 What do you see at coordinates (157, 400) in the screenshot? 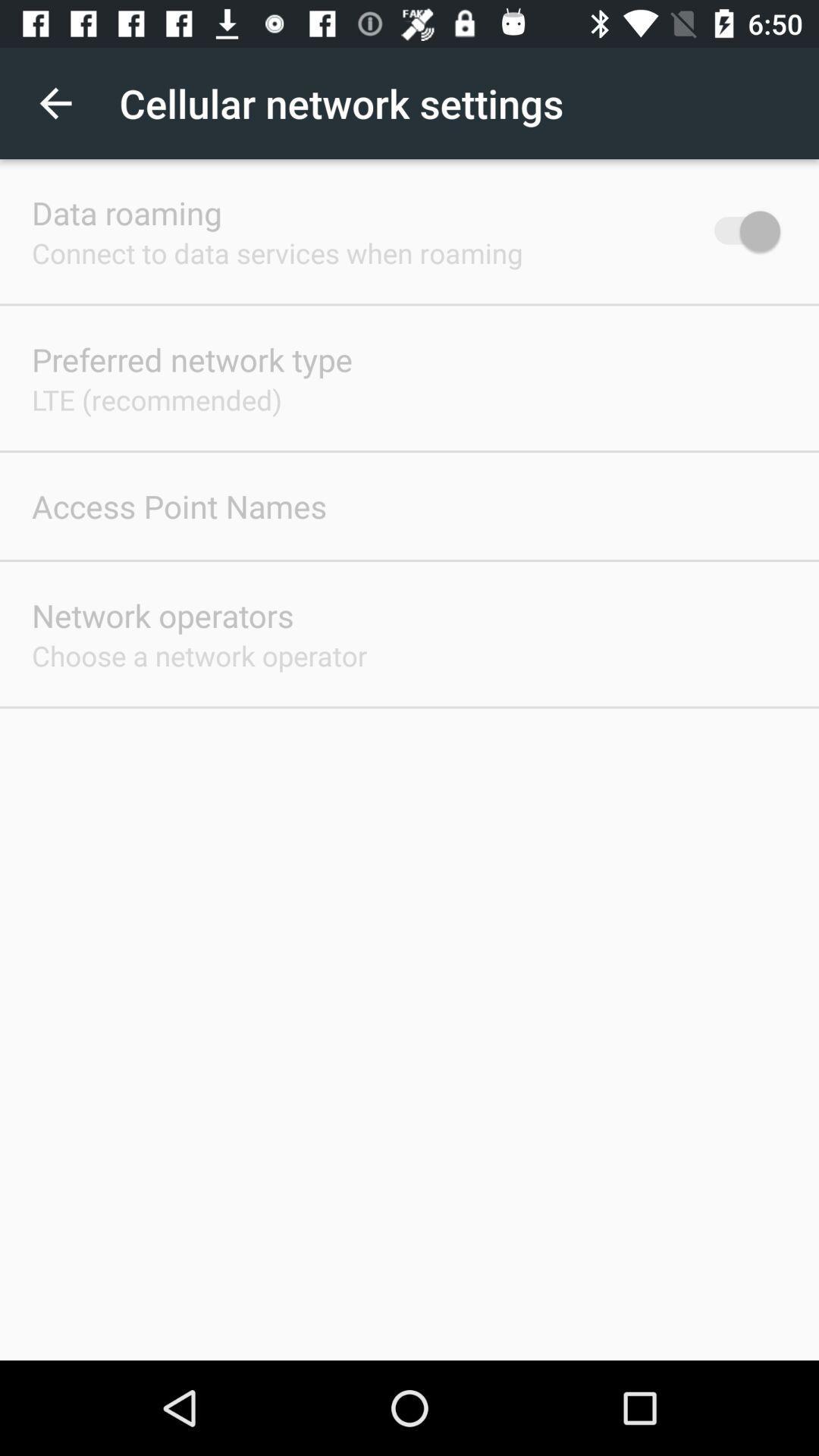
I see `the item below the preferred network type app` at bounding box center [157, 400].